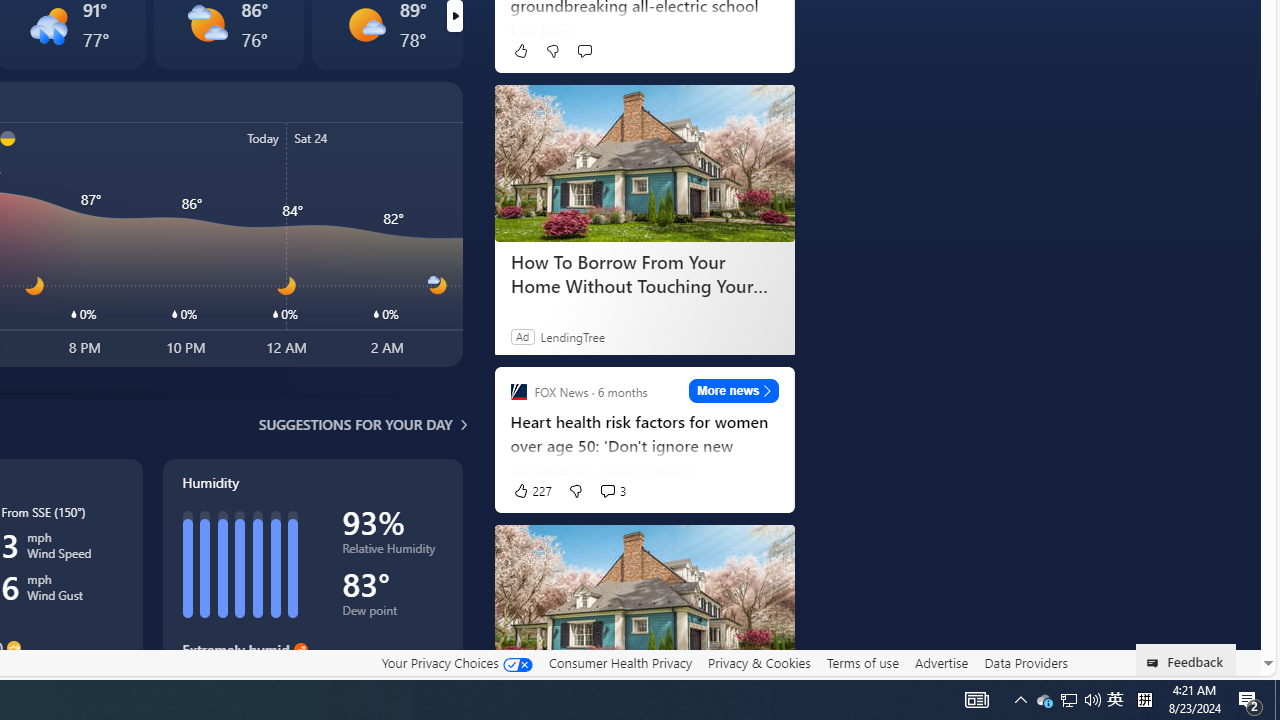  I want to click on 'LendingTree', so click(571, 335).